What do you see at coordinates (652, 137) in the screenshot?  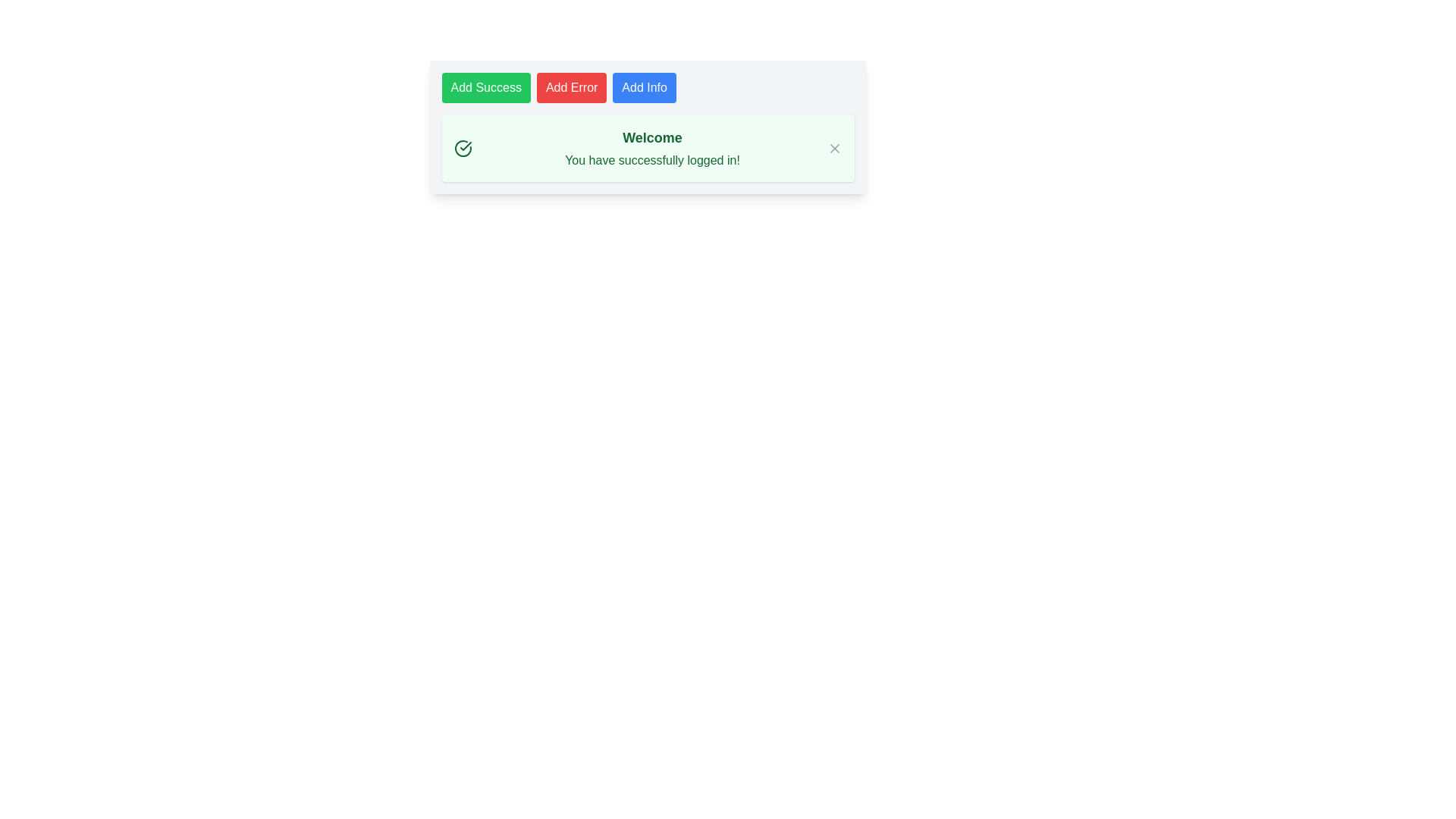 I see `the text element displaying 'Welcome', which is styled in bold, large, and green color, positioned centrally above the text 'You have successfully logged in!' within a notification-like box` at bounding box center [652, 137].